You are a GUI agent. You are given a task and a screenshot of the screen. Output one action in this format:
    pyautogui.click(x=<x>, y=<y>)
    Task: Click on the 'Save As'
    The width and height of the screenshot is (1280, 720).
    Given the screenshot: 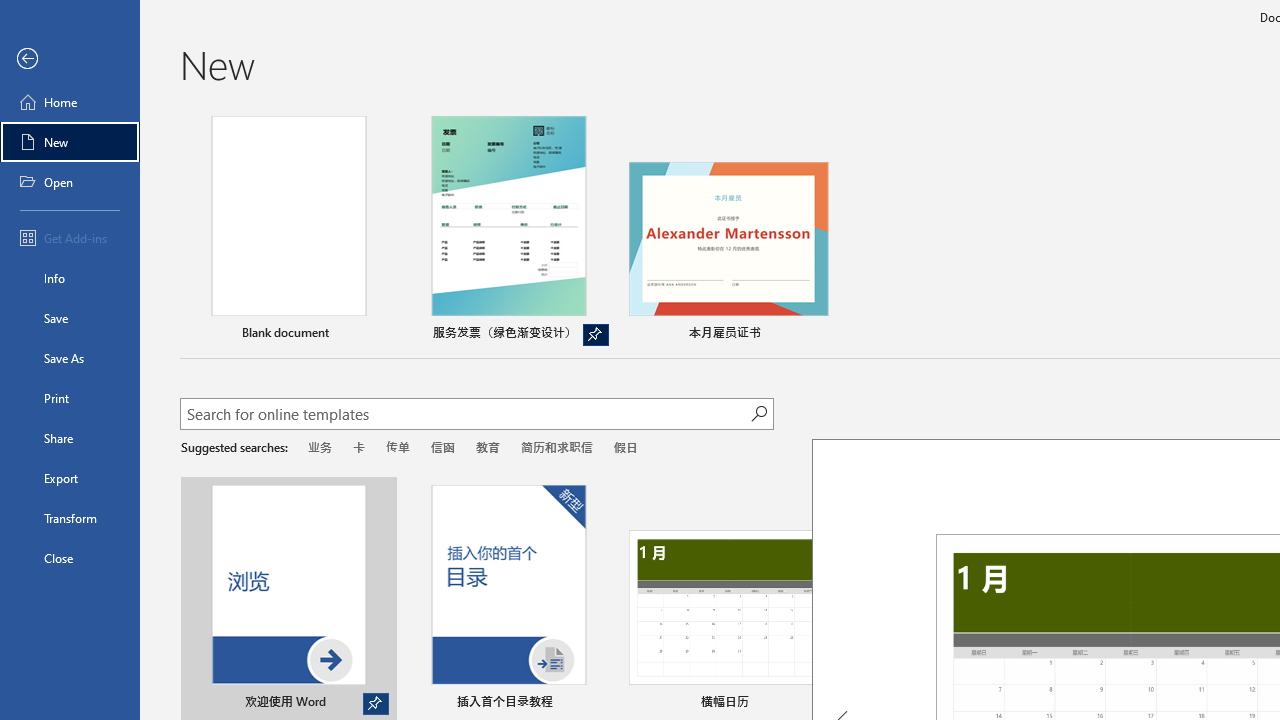 What is the action you would take?
    pyautogui.click(x=69, y=356)
    